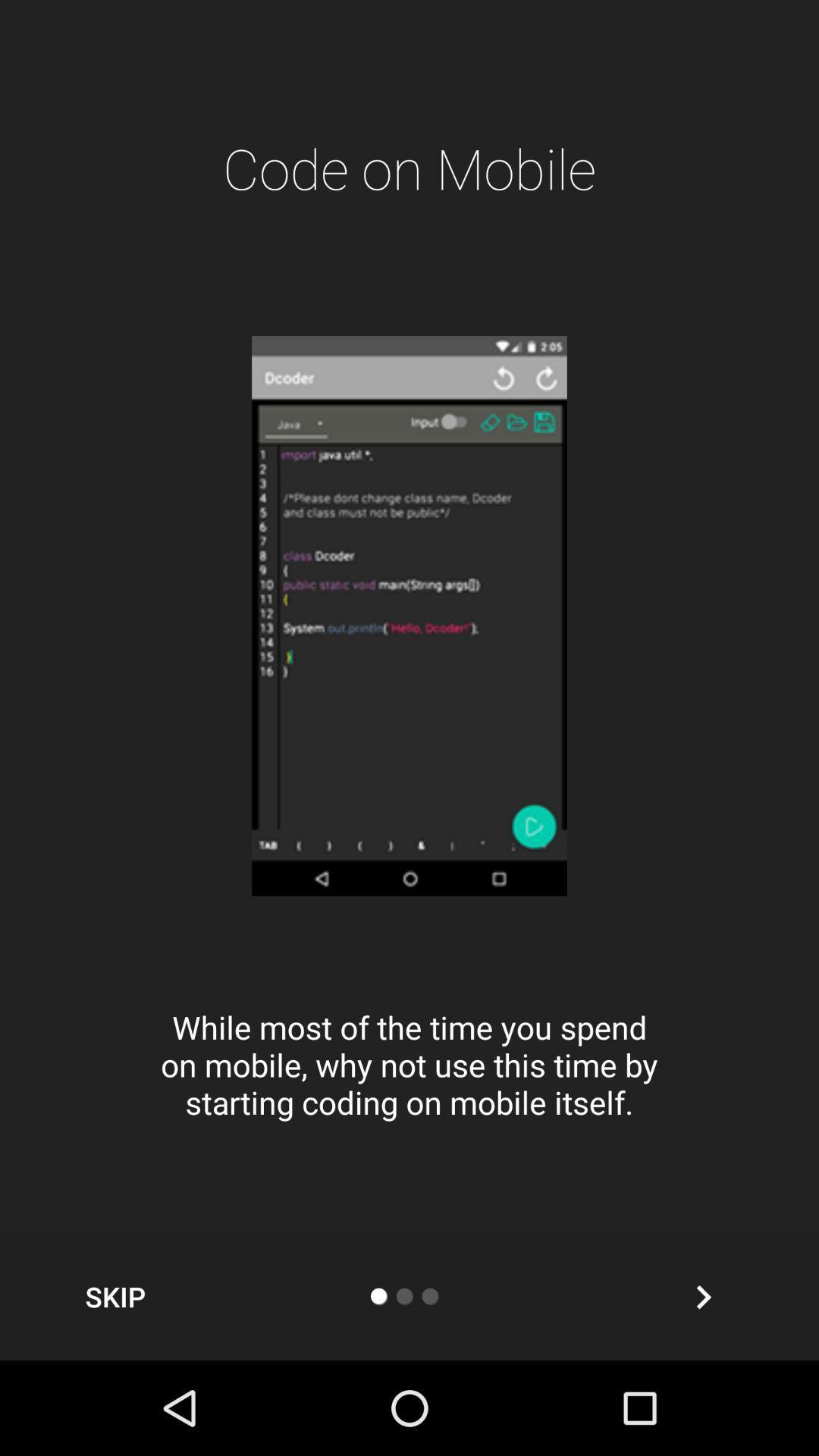  Describe the element at coordinates (703, 1296) in the screenshot. I see `the item below while most of icon` at that location.